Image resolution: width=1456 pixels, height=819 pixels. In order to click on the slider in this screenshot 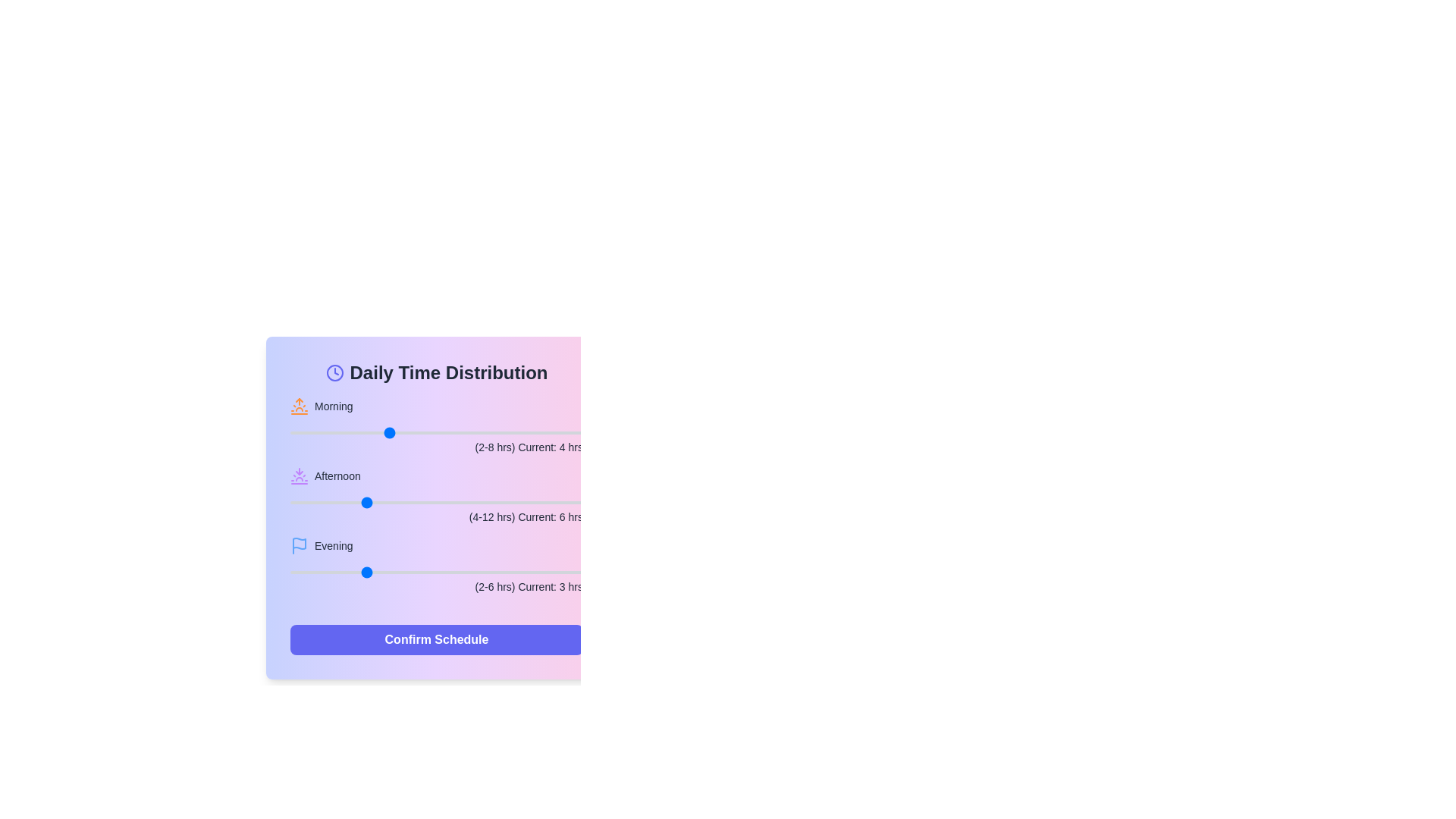, I will do `click(362, 573)`.